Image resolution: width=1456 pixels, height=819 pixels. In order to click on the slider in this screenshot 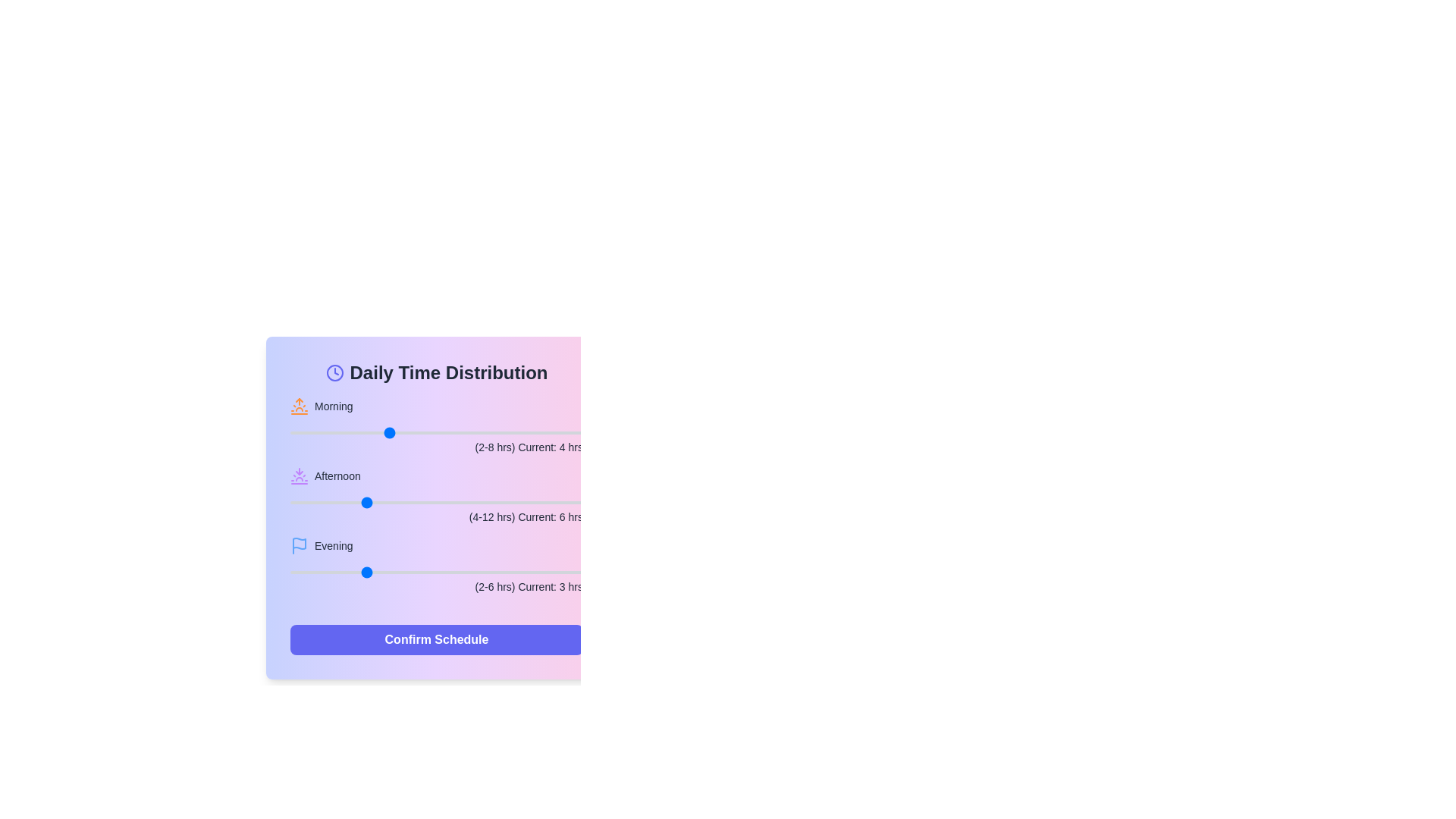, I will do `click(362, 573)`.